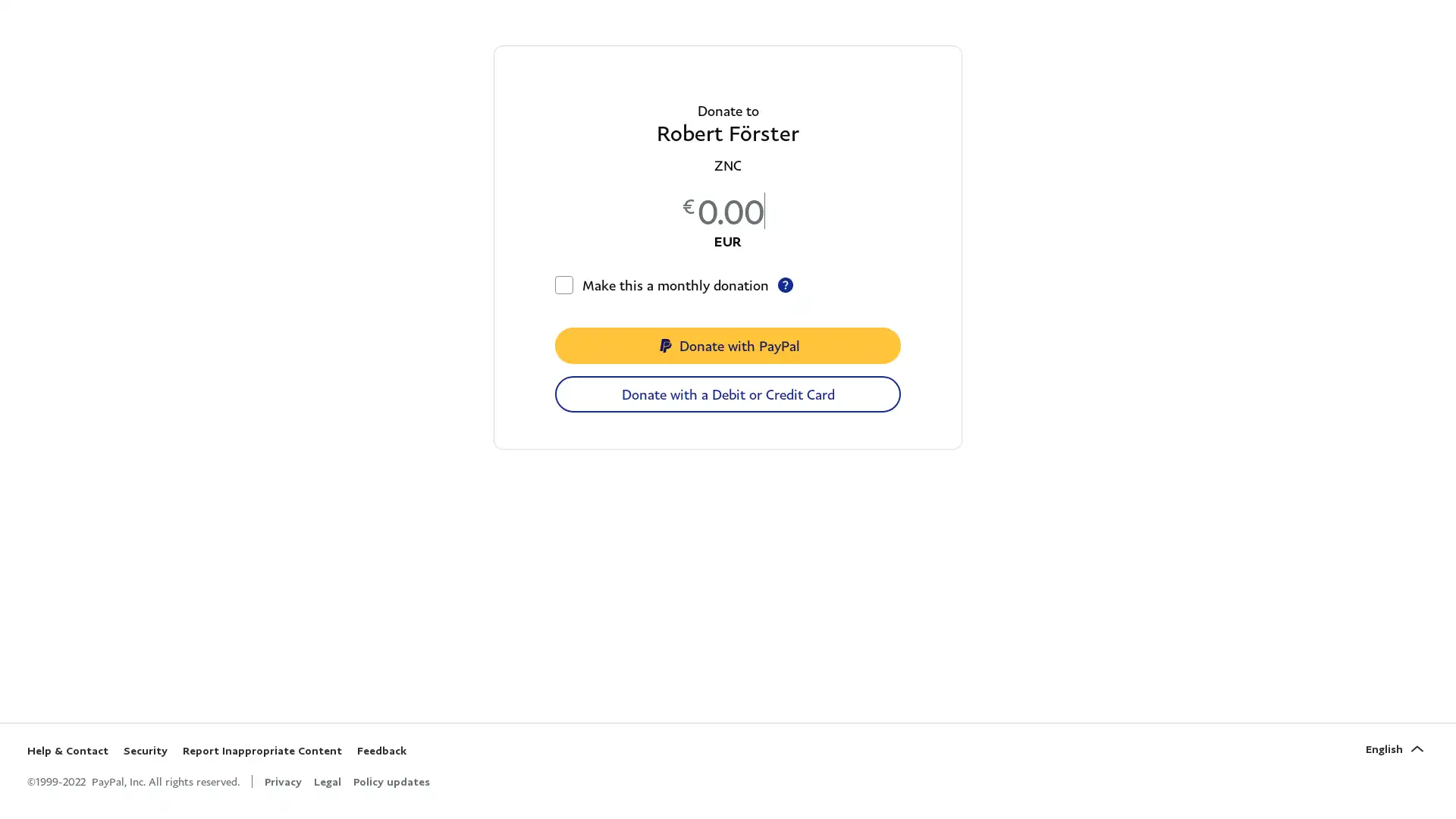  Describe the element at coordinates (786, 284) in the screenshot. I see `recurring-checkbox-tooltip` at that location.